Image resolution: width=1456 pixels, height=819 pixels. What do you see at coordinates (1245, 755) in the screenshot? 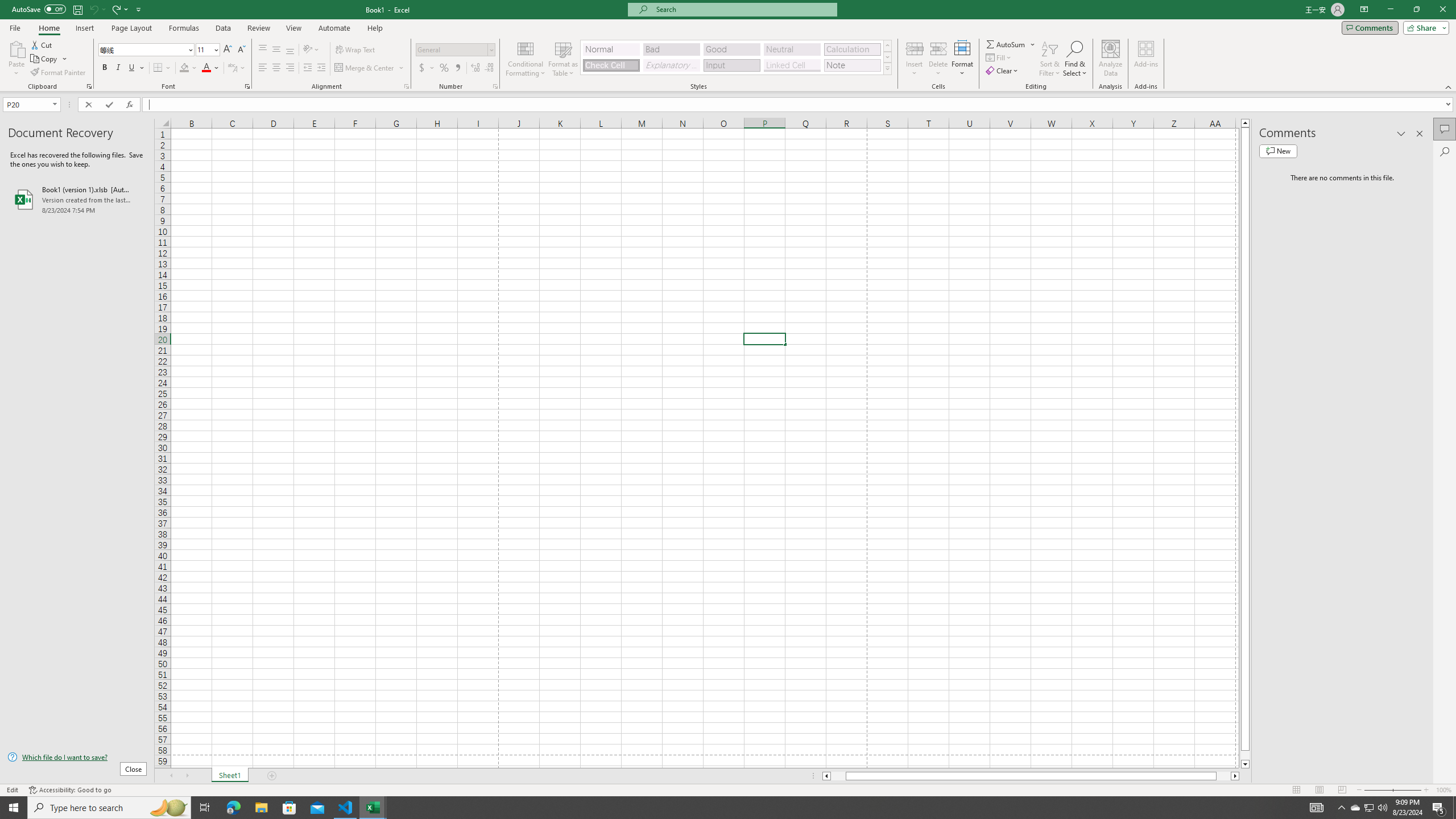
I see `'Page down'` at bounding box center [1245, 755].